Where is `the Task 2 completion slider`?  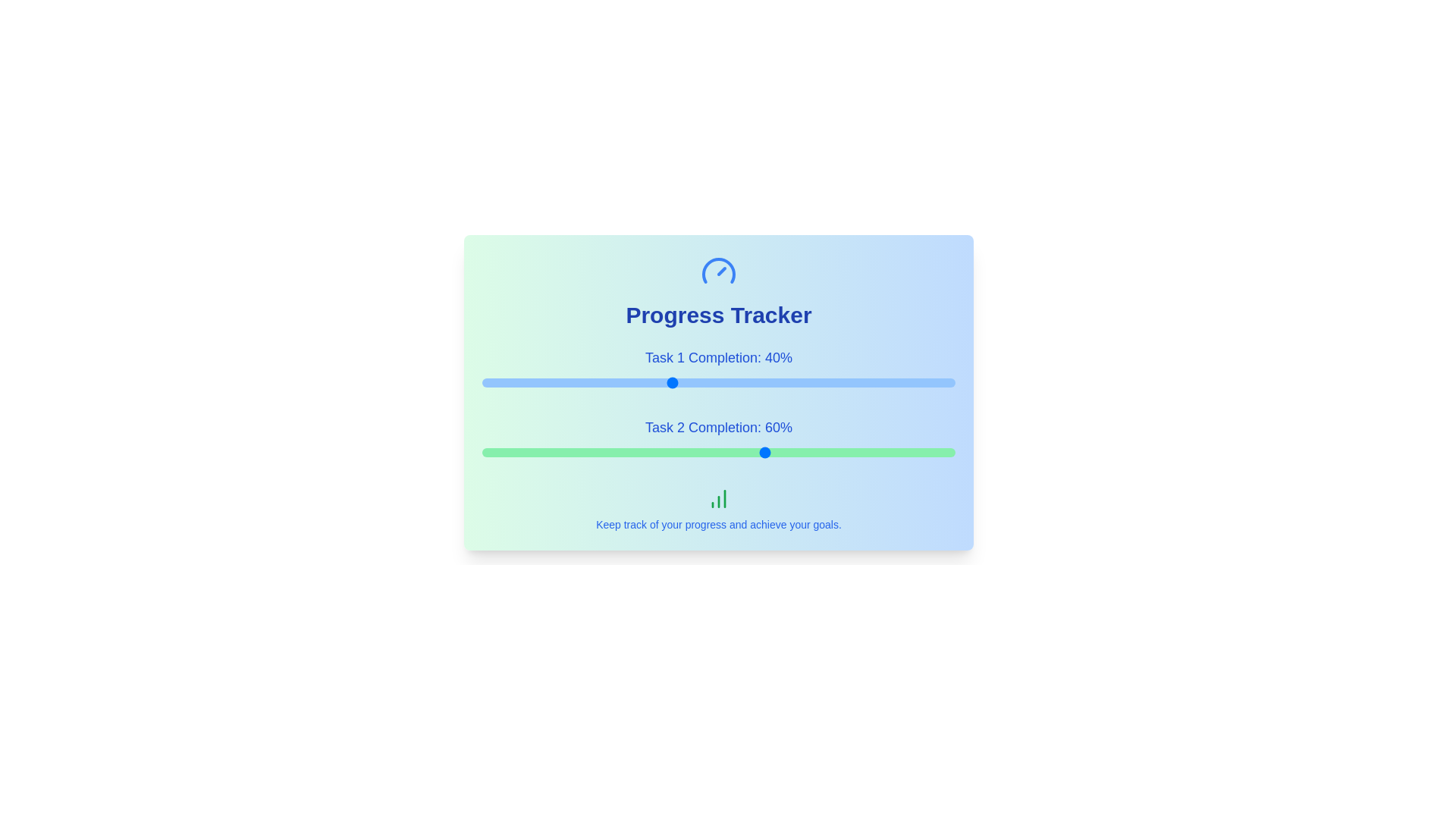
the Task 2 completion slider is located at coordinates (548, 452).